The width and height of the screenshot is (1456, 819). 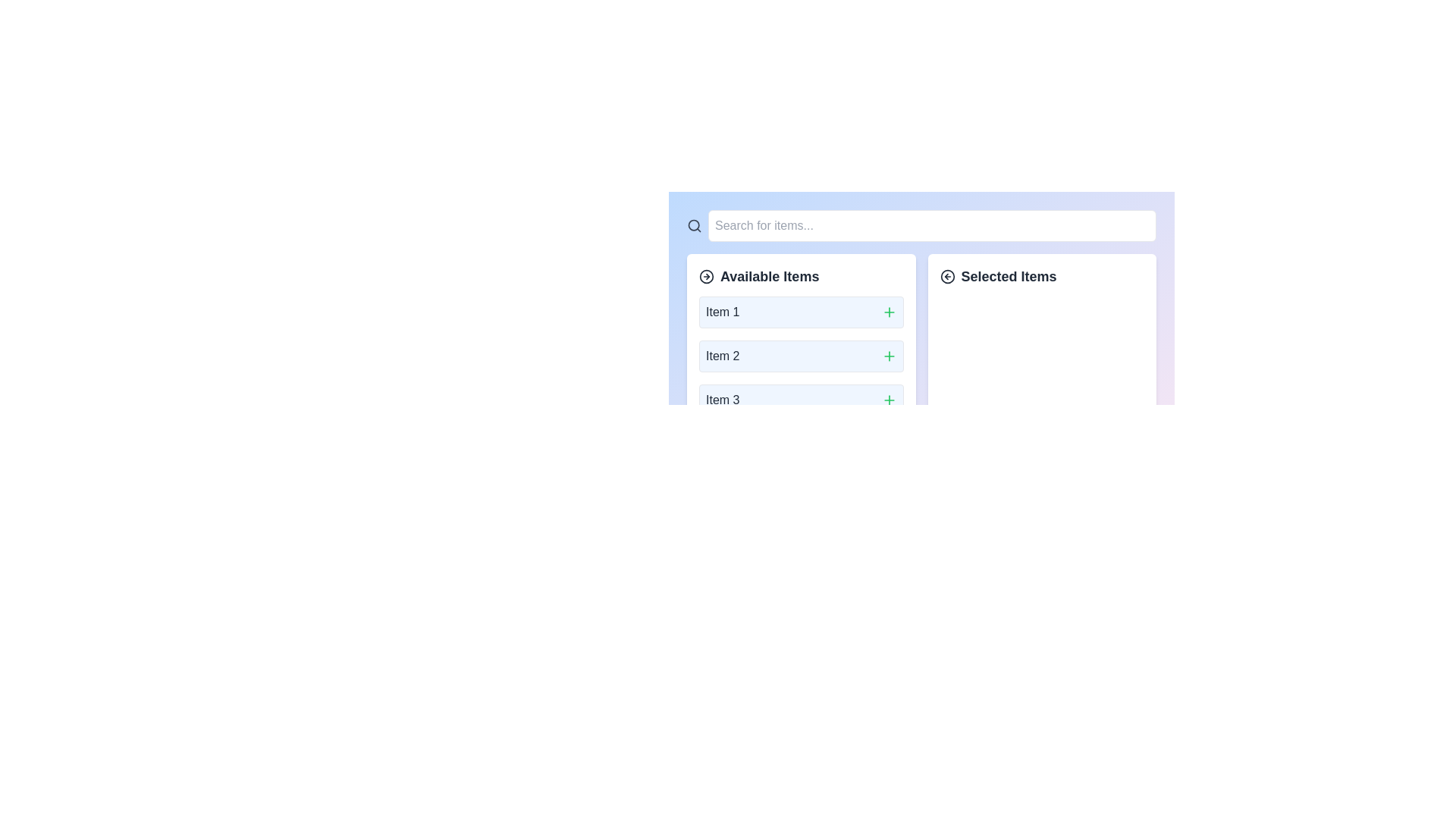 I want to click on the decorative circle SVG element located next to the 'Available Items' label in the interface, so click(x=705, y=277).